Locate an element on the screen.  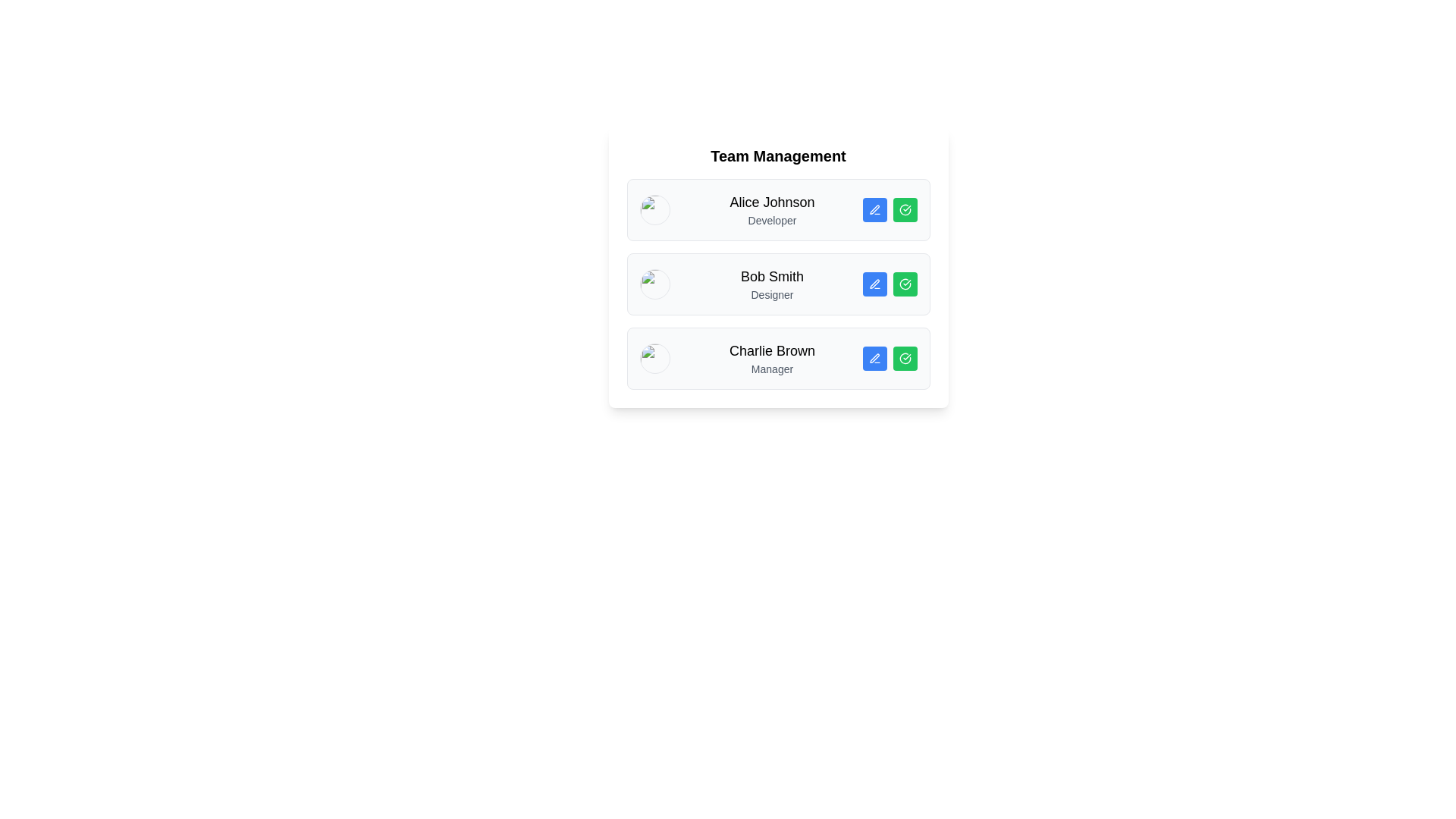
the confirmation icon button located in the first row under the 'Team Management' header, aligned to the right side is located at coordinates (905, 210).